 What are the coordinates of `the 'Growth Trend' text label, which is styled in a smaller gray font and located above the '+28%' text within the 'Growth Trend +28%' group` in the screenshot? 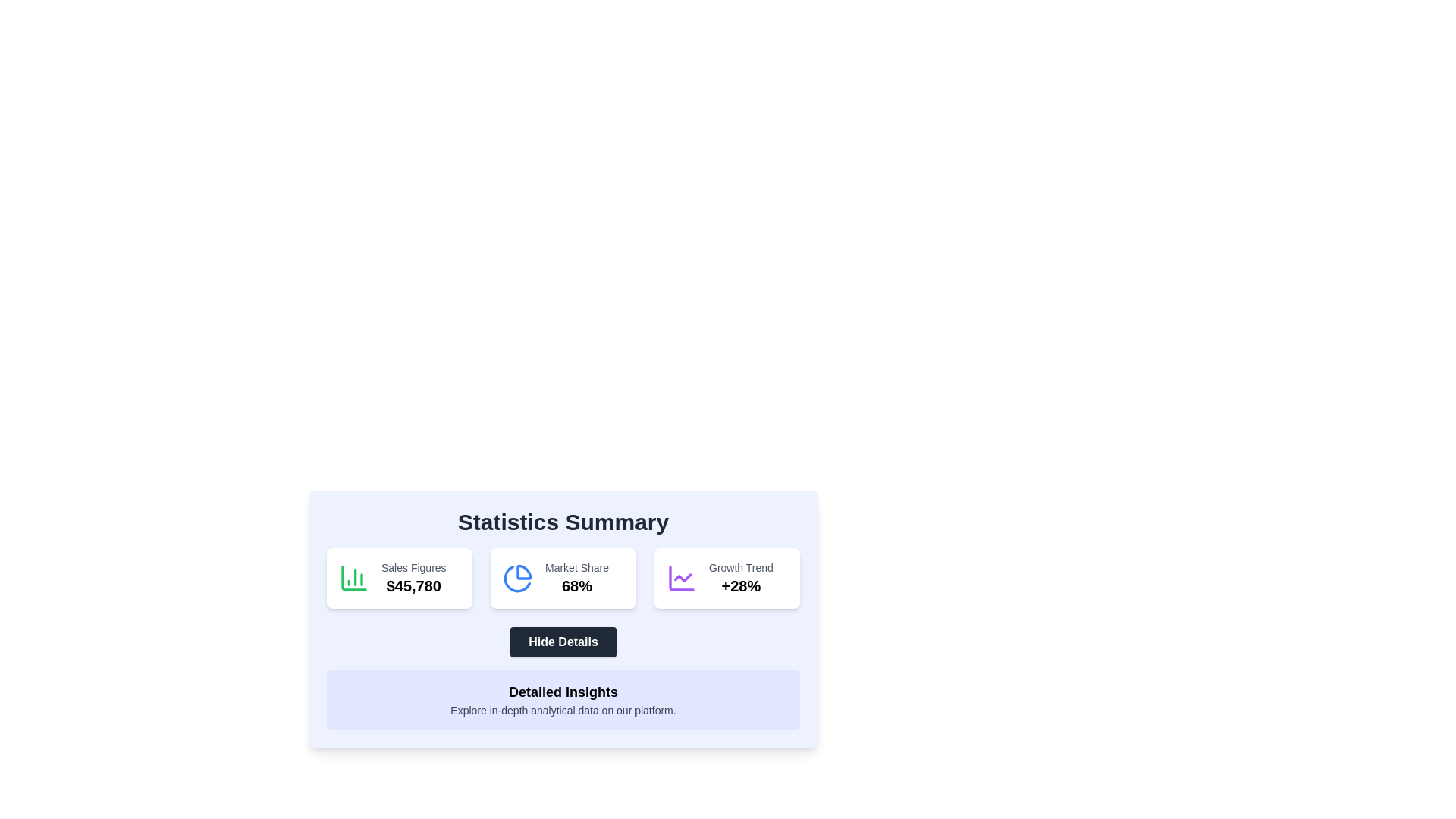 It's located at (741, 567).